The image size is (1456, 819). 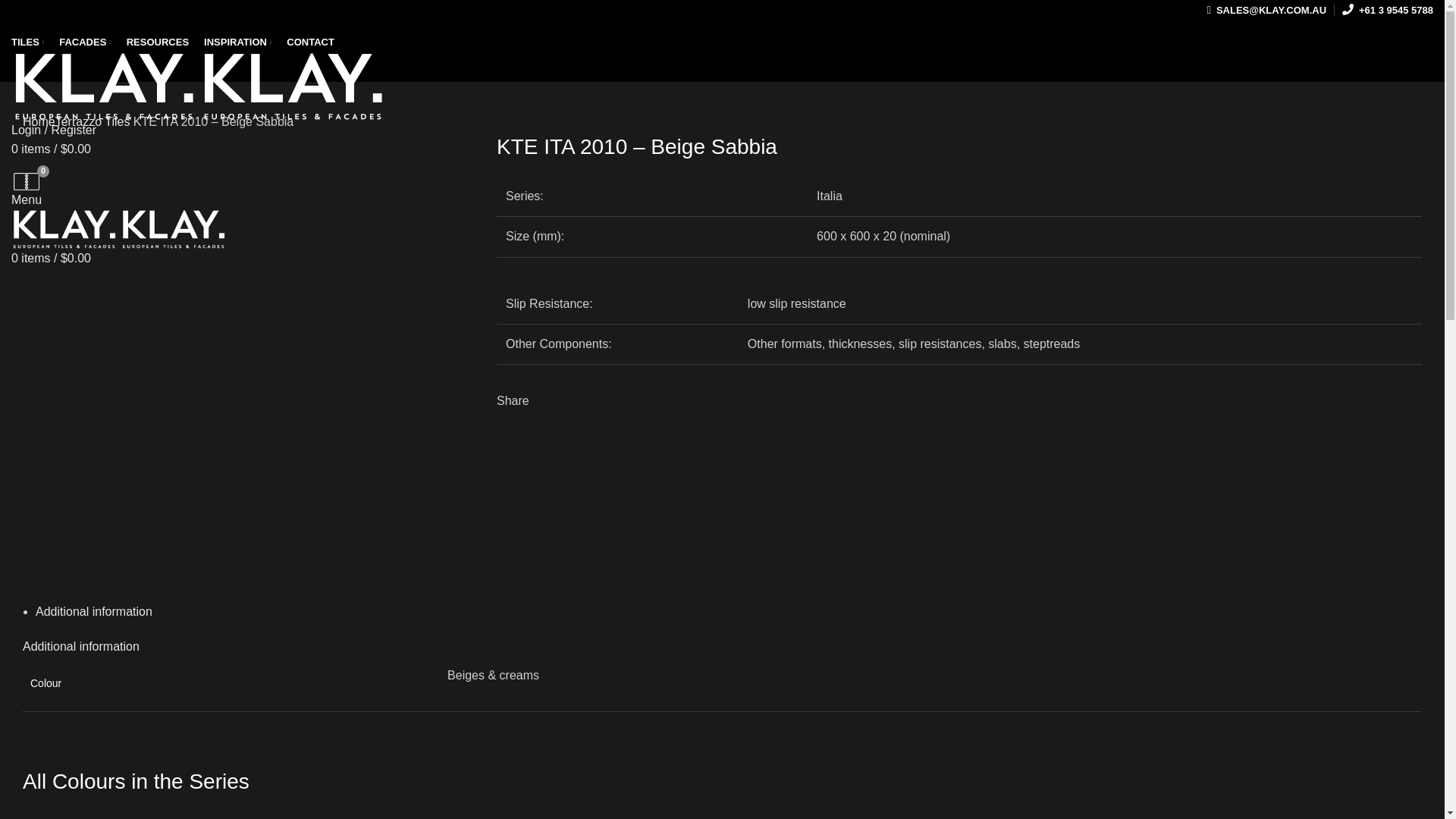 I want to click on 'Additional information', so click(x=80, y=646).